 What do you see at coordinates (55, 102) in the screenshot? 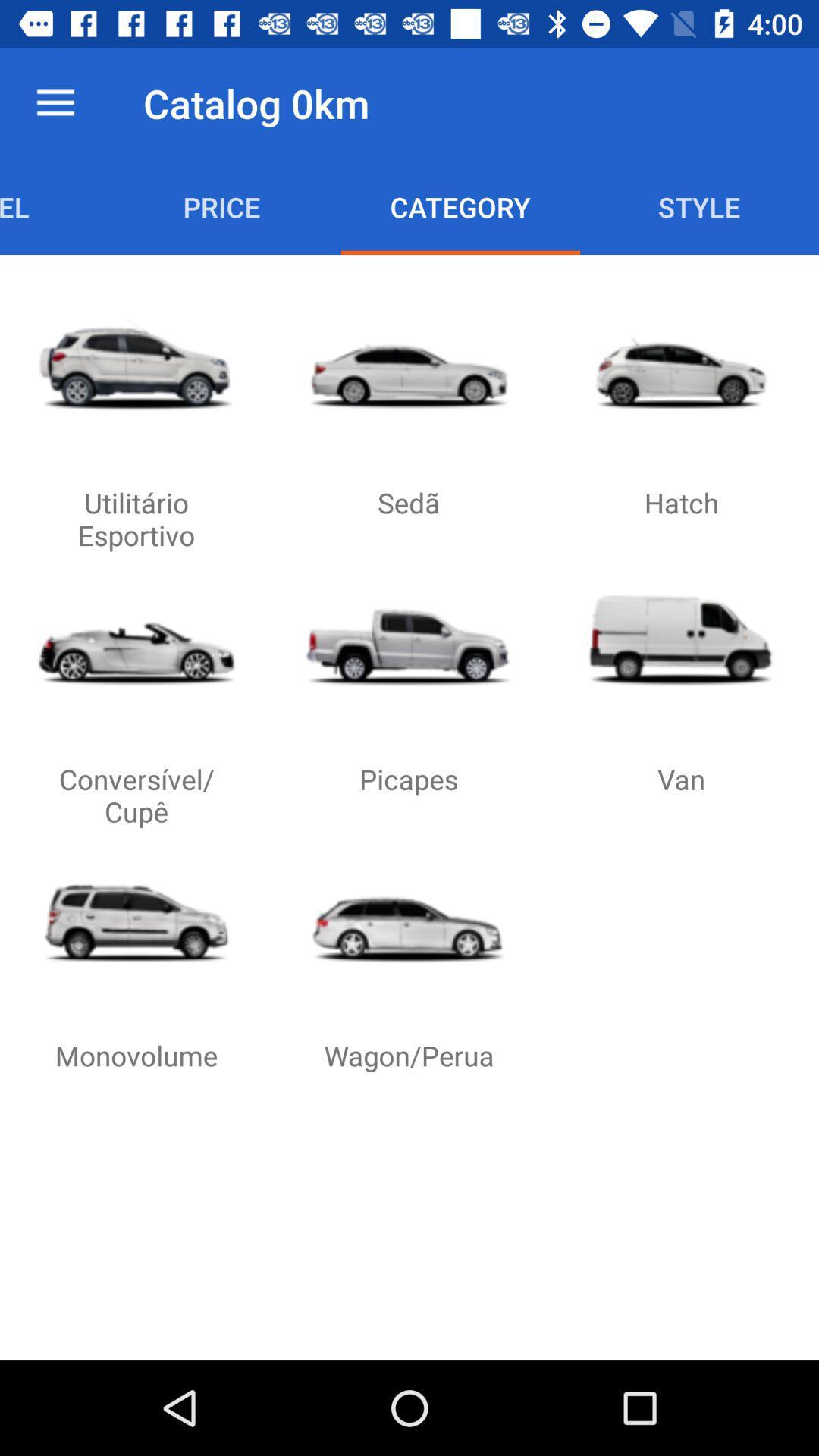
I see `item next to the catalog 0km` at bounding box center [55, 102].